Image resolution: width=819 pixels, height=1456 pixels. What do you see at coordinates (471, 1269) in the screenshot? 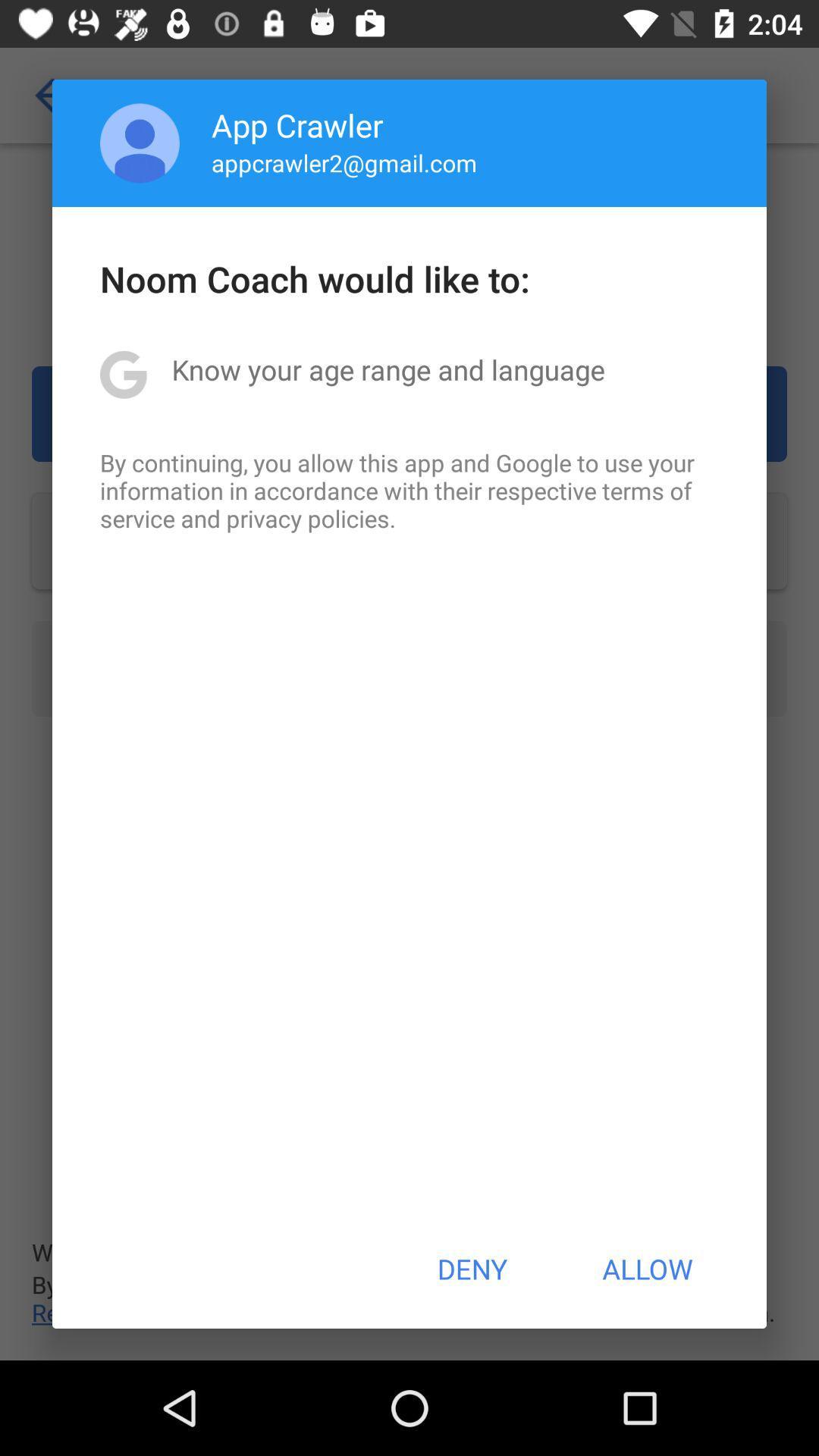
I see `deny icon` at bounding box center [471, 1269].